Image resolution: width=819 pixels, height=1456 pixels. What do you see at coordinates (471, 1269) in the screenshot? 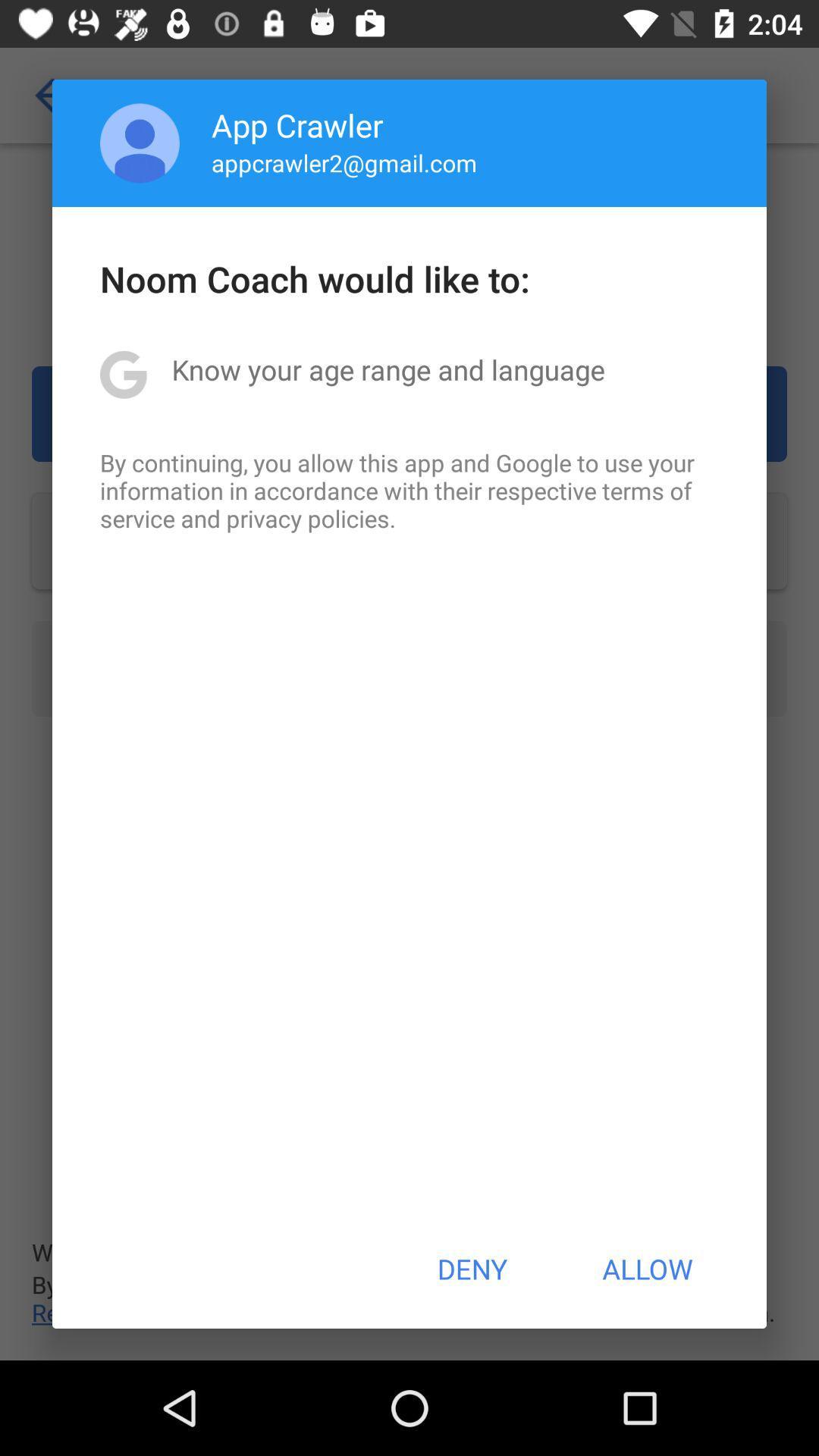
I see `deny icon` at bounding box center [471, 1269].